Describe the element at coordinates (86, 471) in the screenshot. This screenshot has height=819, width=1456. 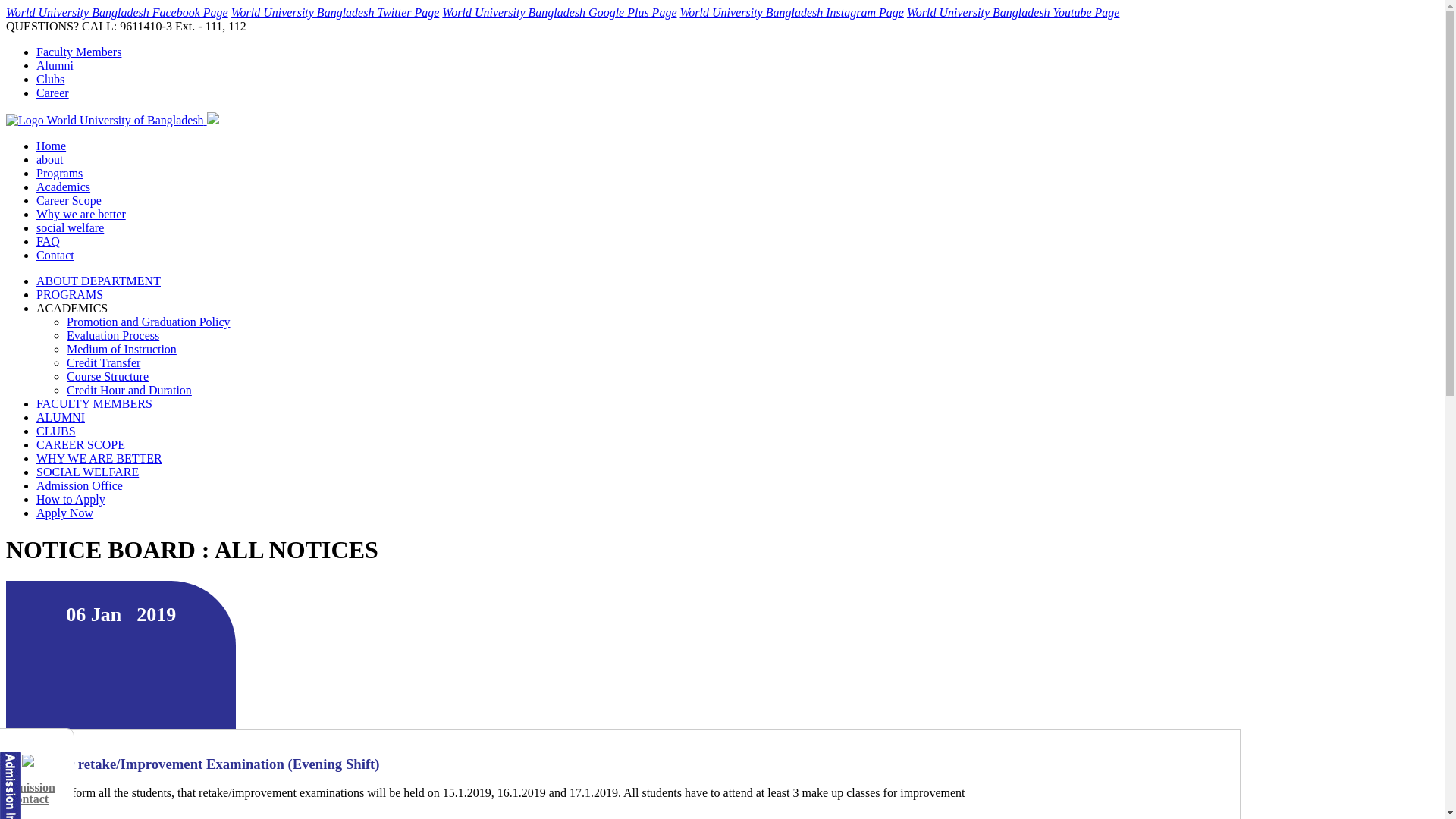
I see `'SOCIAL WELFARE'` at that location.